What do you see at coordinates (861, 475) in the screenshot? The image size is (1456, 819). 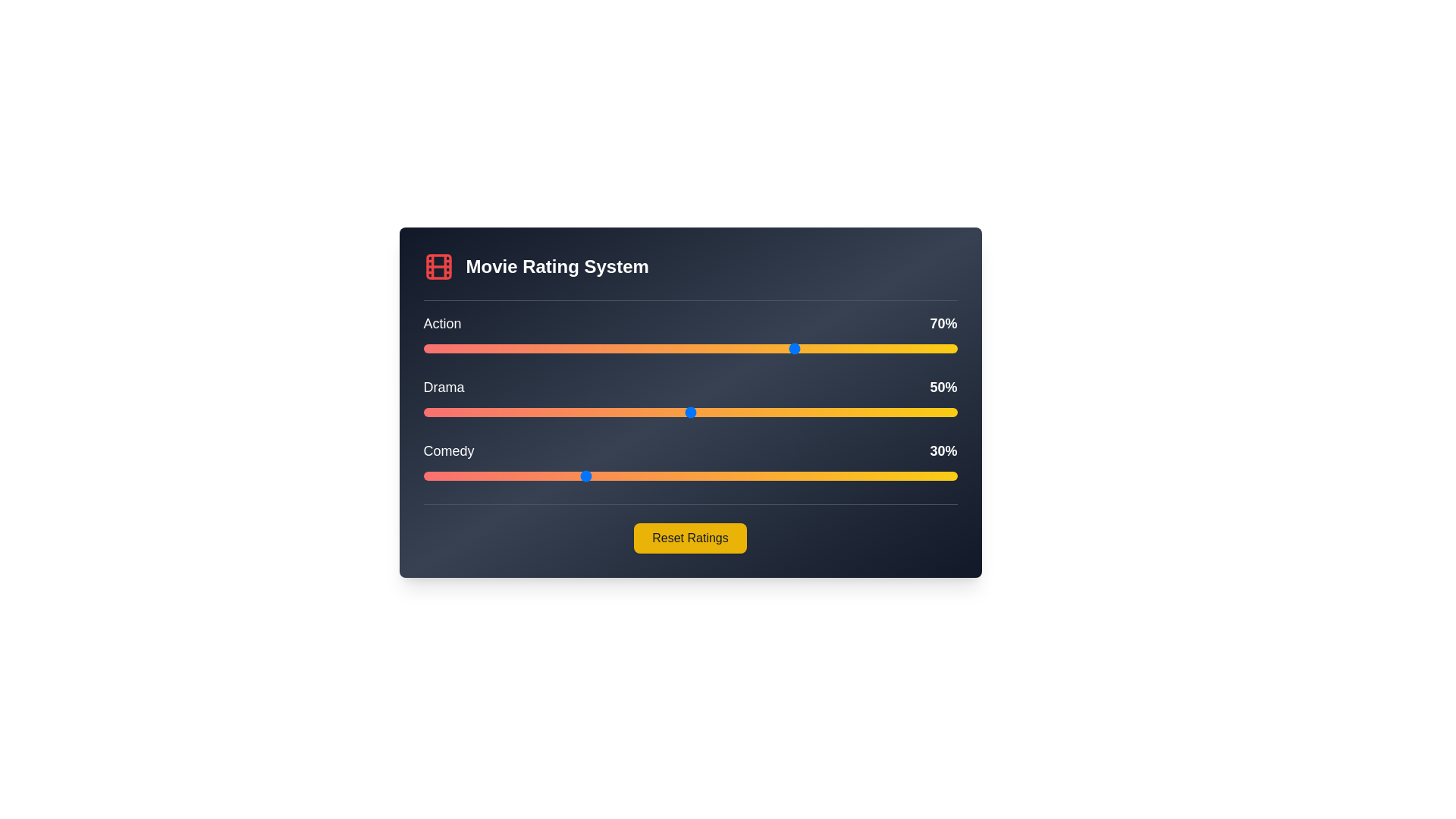 I see `the Comedy slider to 82%` at bounding box center [861, 475].